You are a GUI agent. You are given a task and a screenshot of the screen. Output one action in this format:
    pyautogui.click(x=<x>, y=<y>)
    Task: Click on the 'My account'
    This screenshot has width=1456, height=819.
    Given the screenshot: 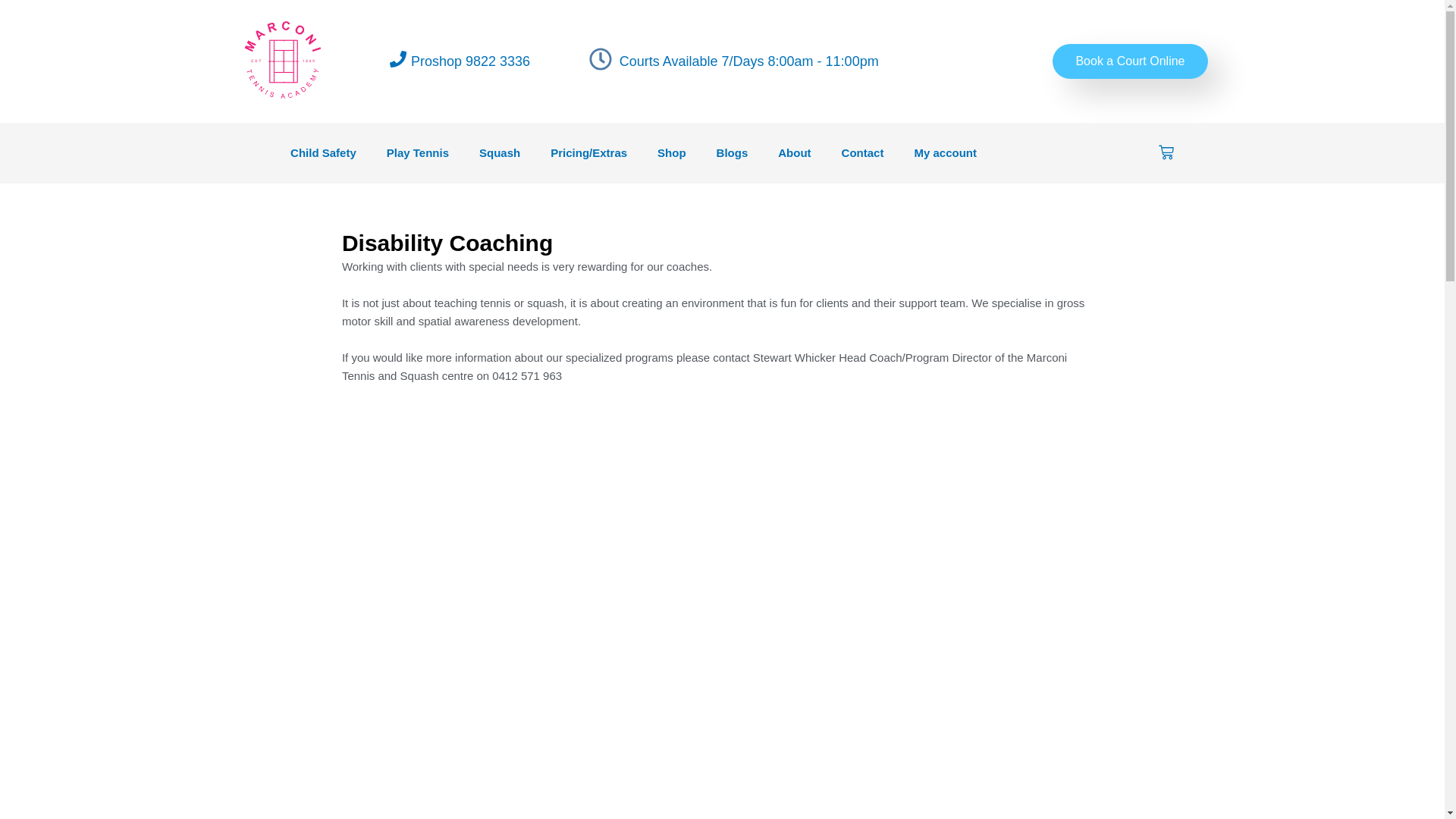 What is the action you would take?
    pyautogui.click(x=944, y=152)
    